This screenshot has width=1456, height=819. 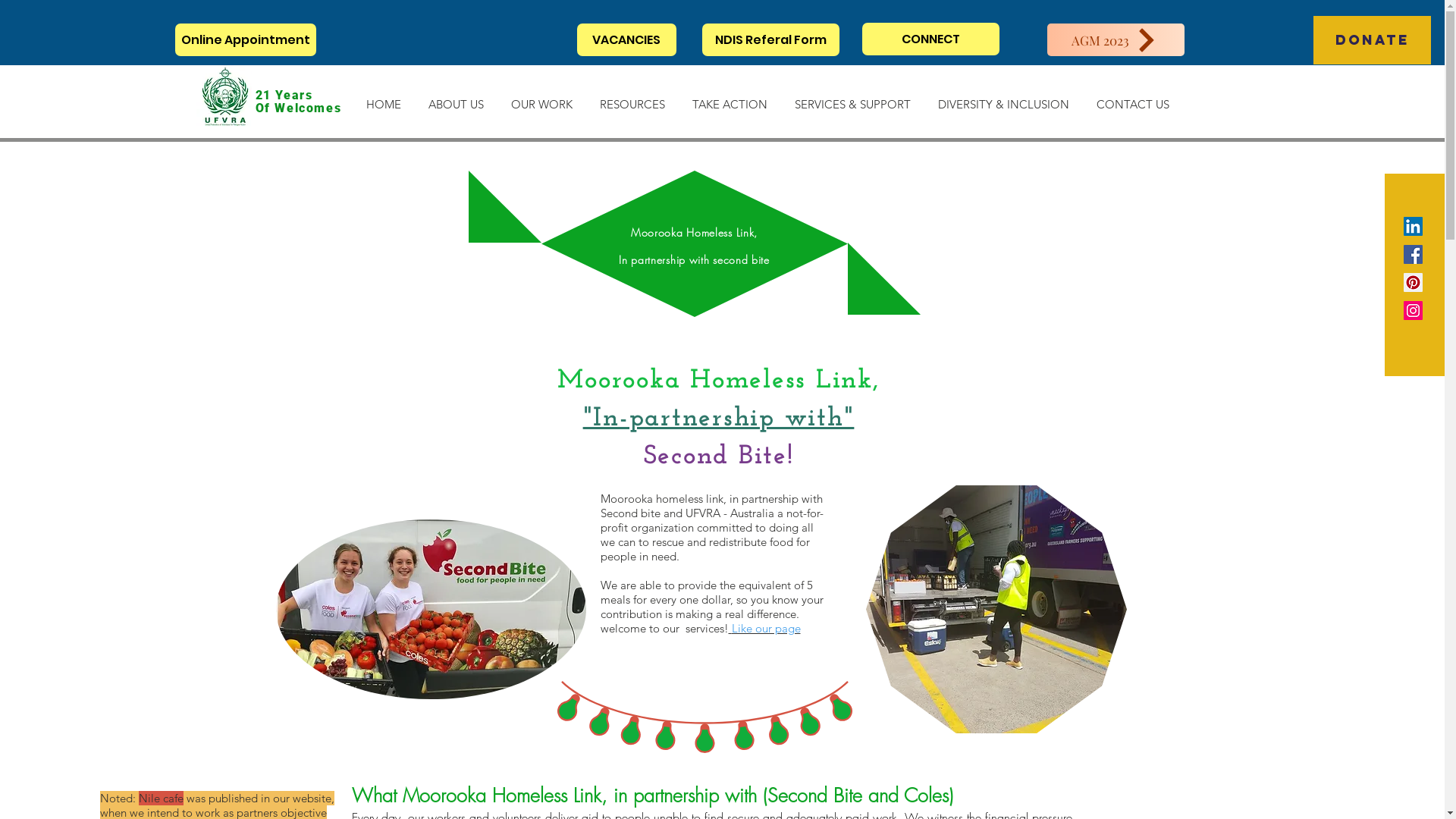 What do you see at coordinates (929, 38) in the screenshot?
I see `'CONNECT'` at bounding box center [929, 38].